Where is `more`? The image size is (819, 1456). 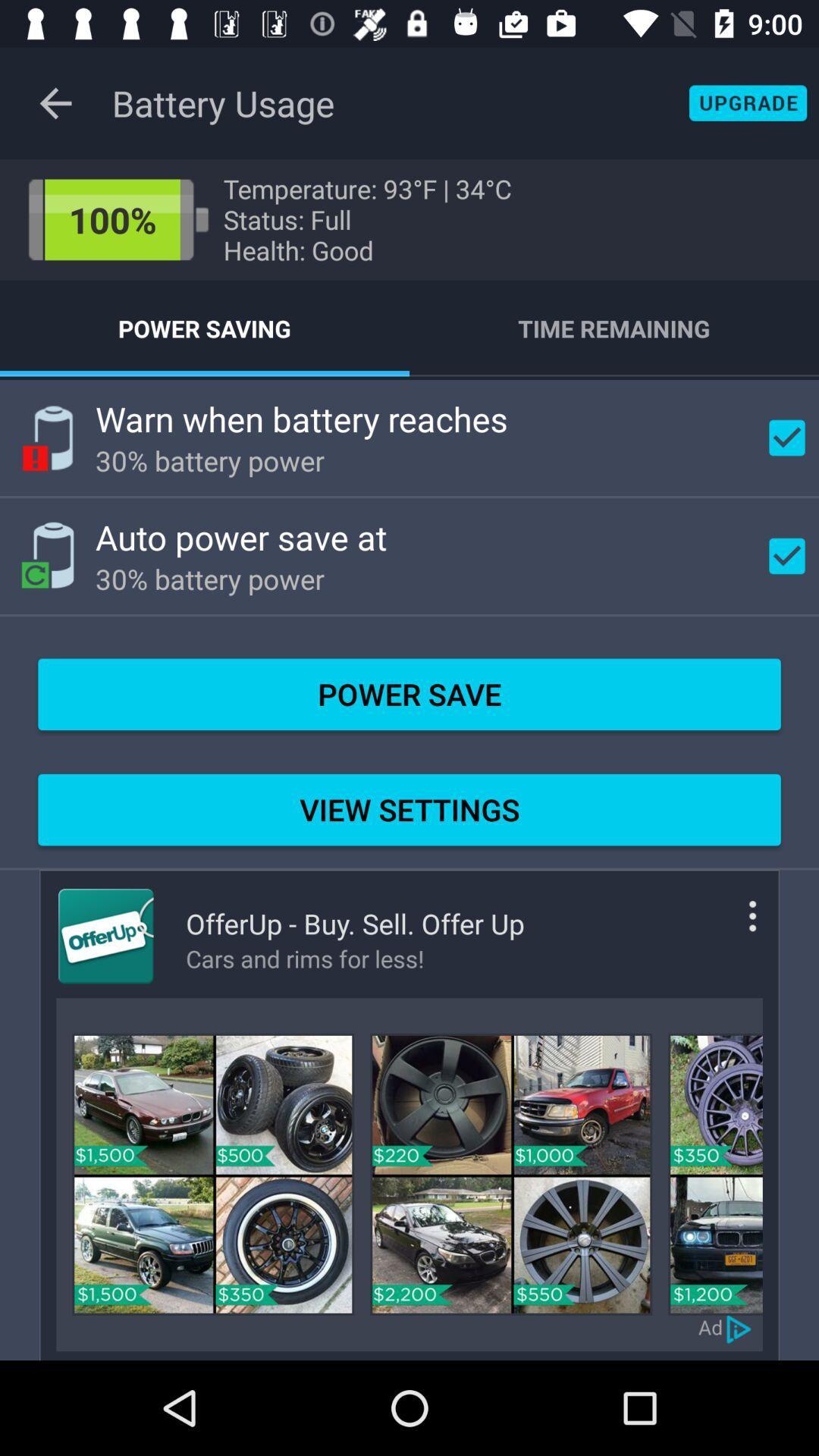
more is located at coordinates (730, 927).